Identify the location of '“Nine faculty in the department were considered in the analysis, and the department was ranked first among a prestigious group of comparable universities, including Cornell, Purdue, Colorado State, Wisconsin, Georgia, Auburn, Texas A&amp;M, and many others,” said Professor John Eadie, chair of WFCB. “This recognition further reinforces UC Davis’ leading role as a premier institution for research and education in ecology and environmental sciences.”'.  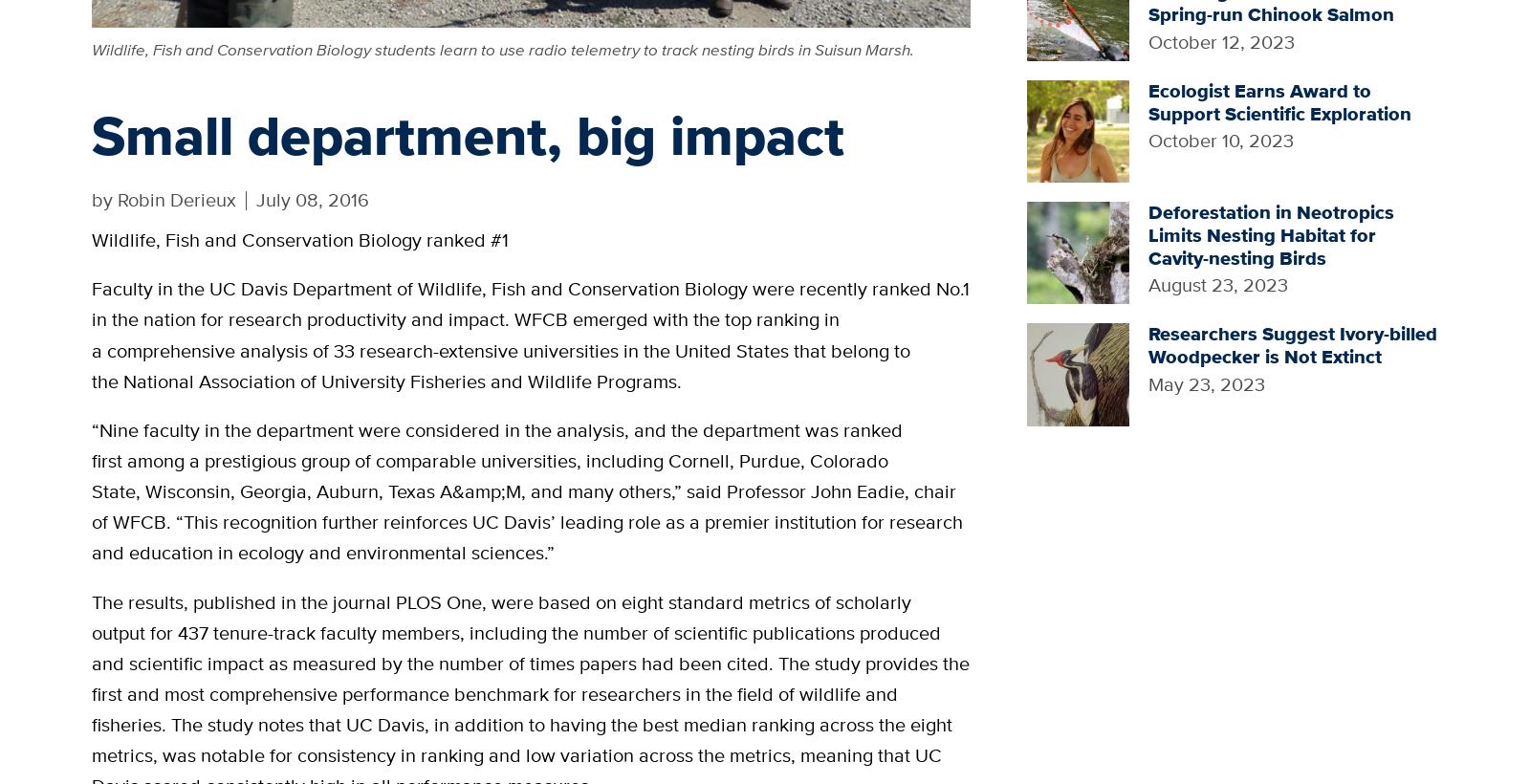
(526, 490).